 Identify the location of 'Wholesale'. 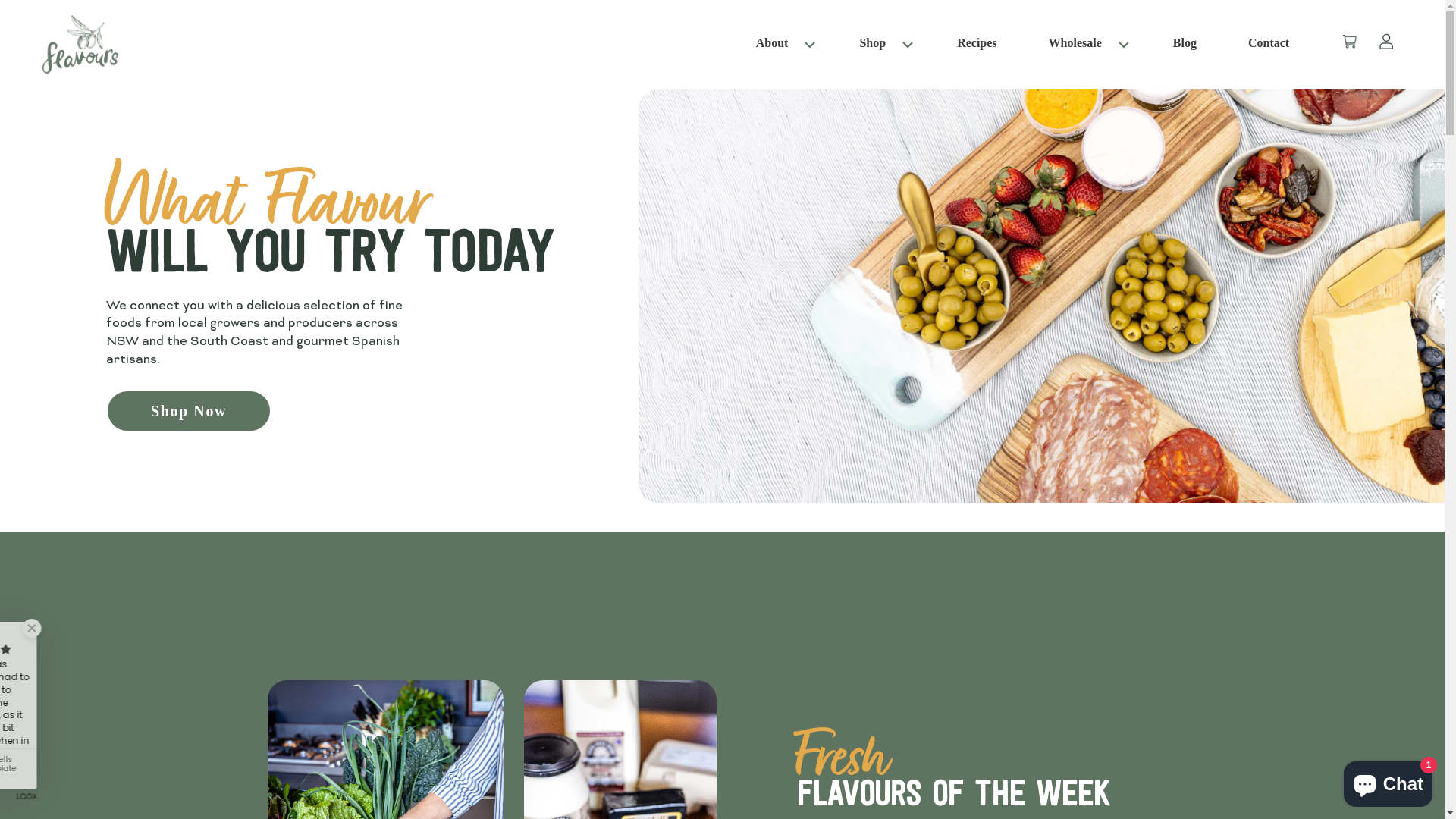
(1084, 43).